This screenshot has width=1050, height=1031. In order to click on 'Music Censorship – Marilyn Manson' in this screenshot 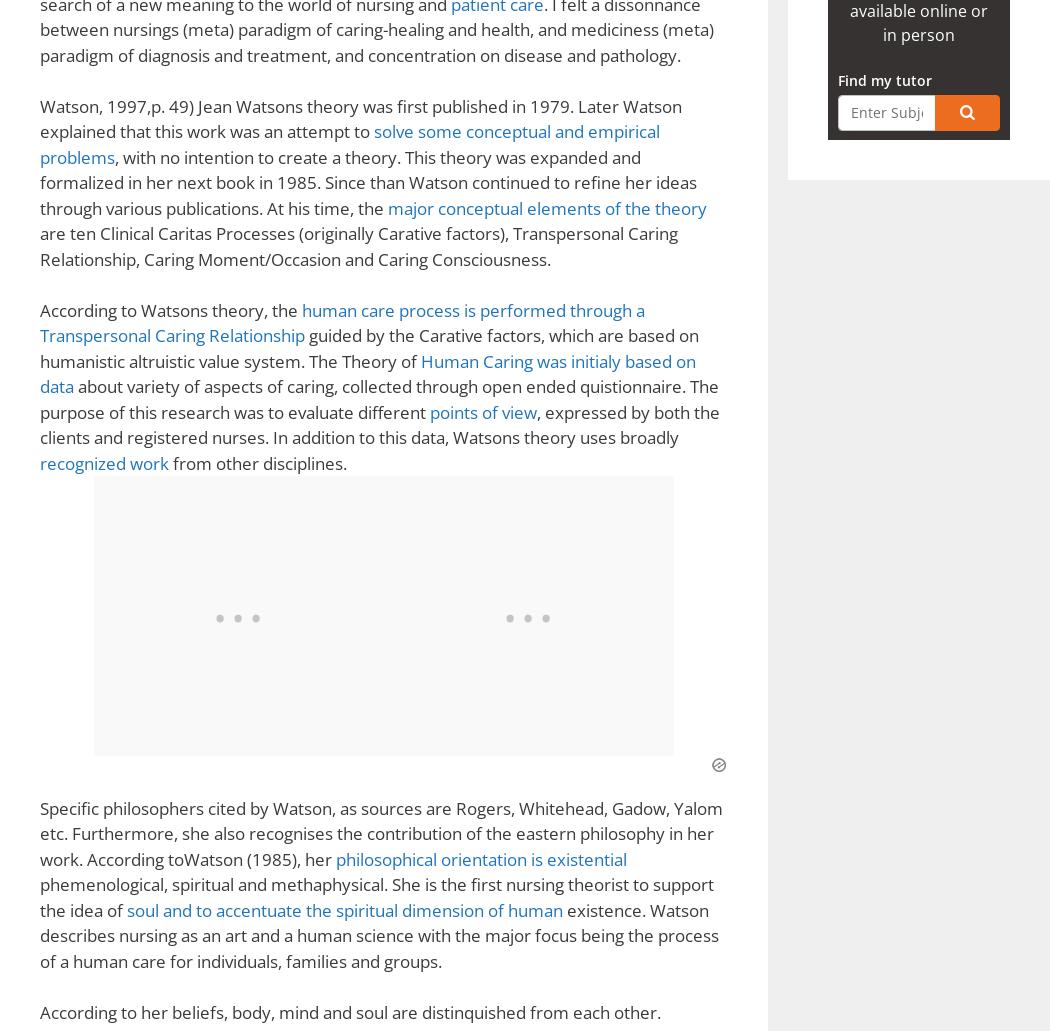, I will do `click(183, 335)`.